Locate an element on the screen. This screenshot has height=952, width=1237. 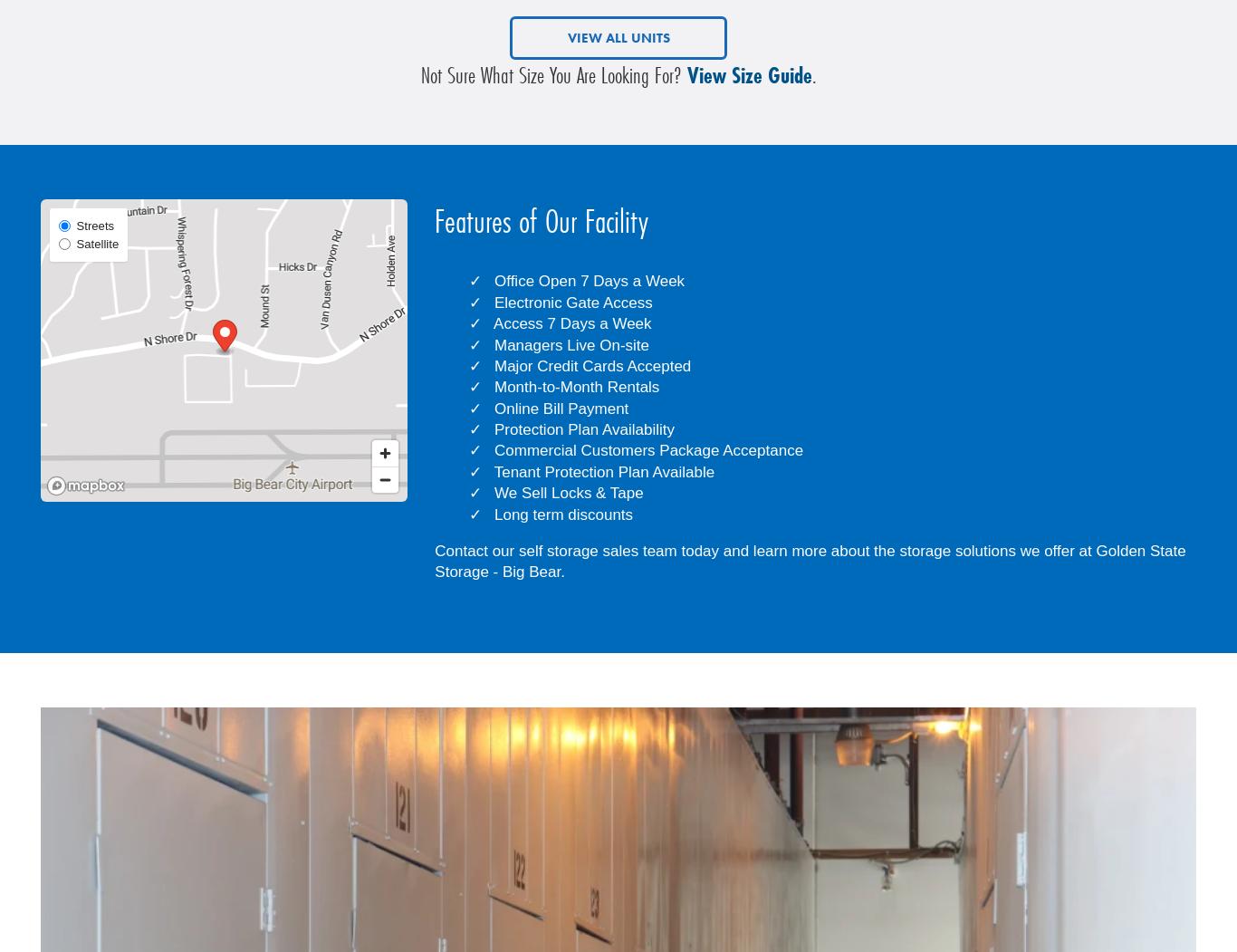
'View All Units' is located at coordinates (617, 36).